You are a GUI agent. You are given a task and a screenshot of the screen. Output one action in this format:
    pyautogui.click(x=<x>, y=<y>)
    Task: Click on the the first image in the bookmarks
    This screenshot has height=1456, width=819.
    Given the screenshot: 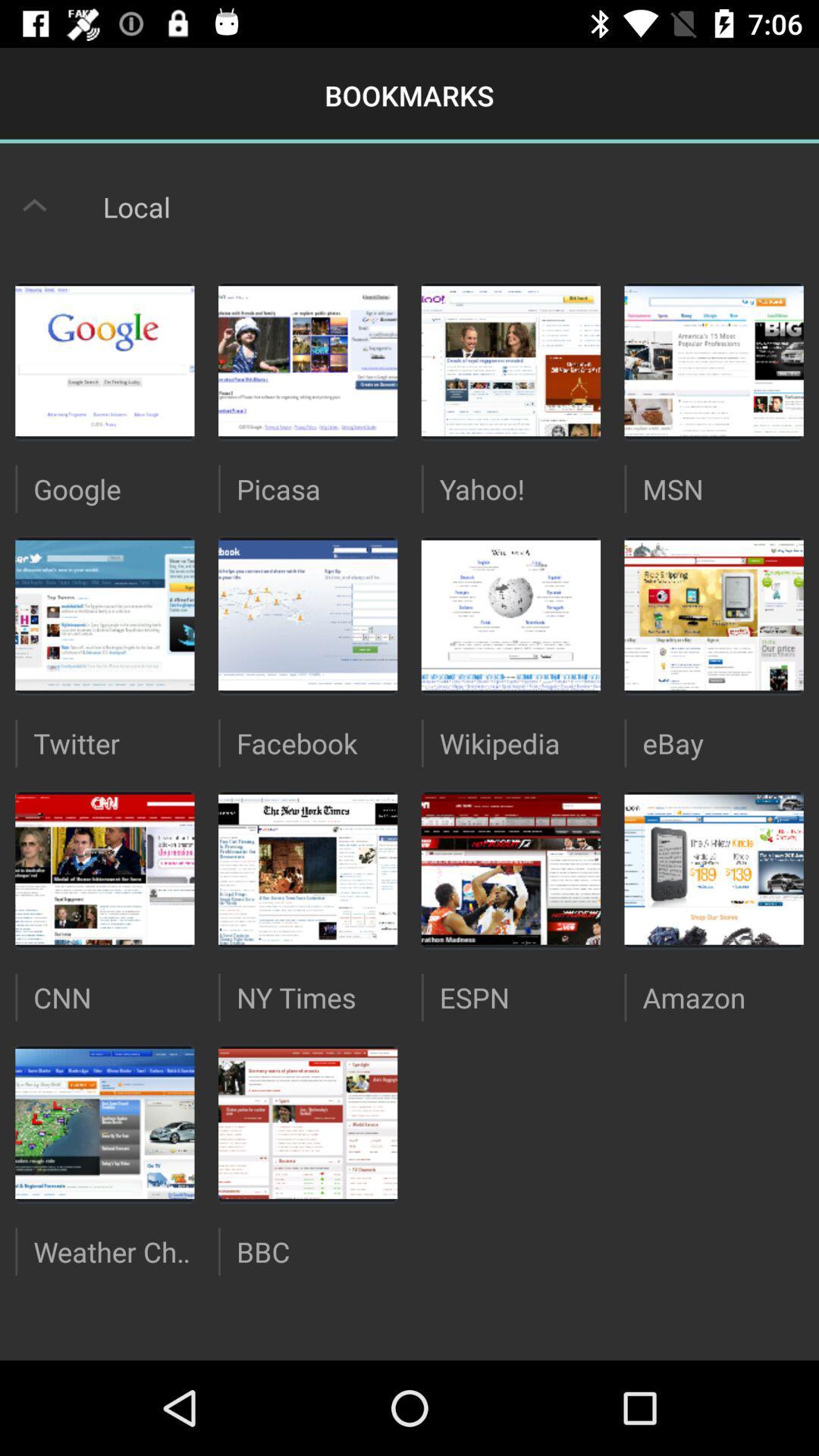 What is the action you would take?
    pyautogui.click(x=104, y=360)
    